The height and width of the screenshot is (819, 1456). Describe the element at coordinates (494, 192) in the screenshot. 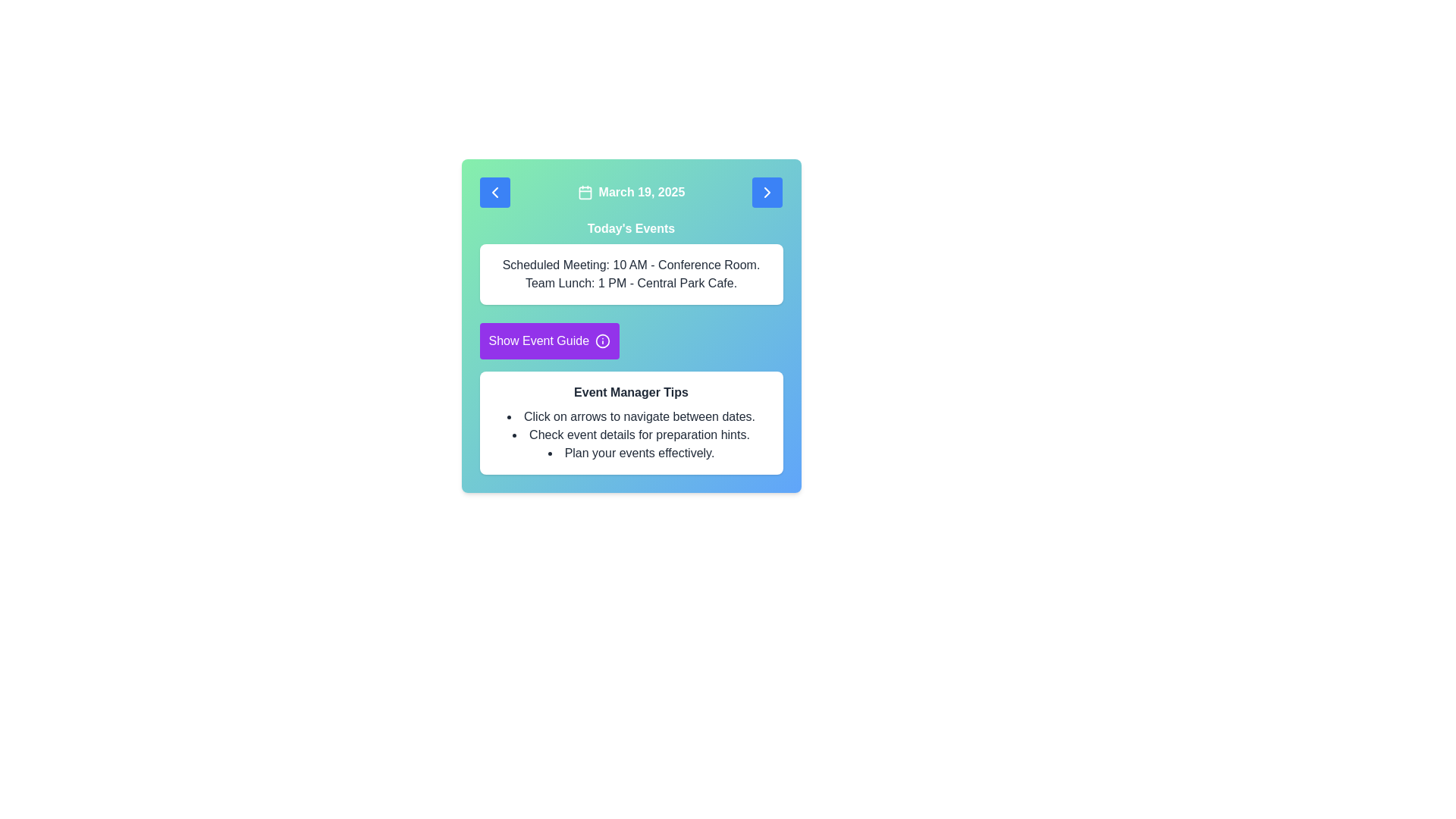

I see `the left chevron button in the upper left corner of the navigation control` at that location.